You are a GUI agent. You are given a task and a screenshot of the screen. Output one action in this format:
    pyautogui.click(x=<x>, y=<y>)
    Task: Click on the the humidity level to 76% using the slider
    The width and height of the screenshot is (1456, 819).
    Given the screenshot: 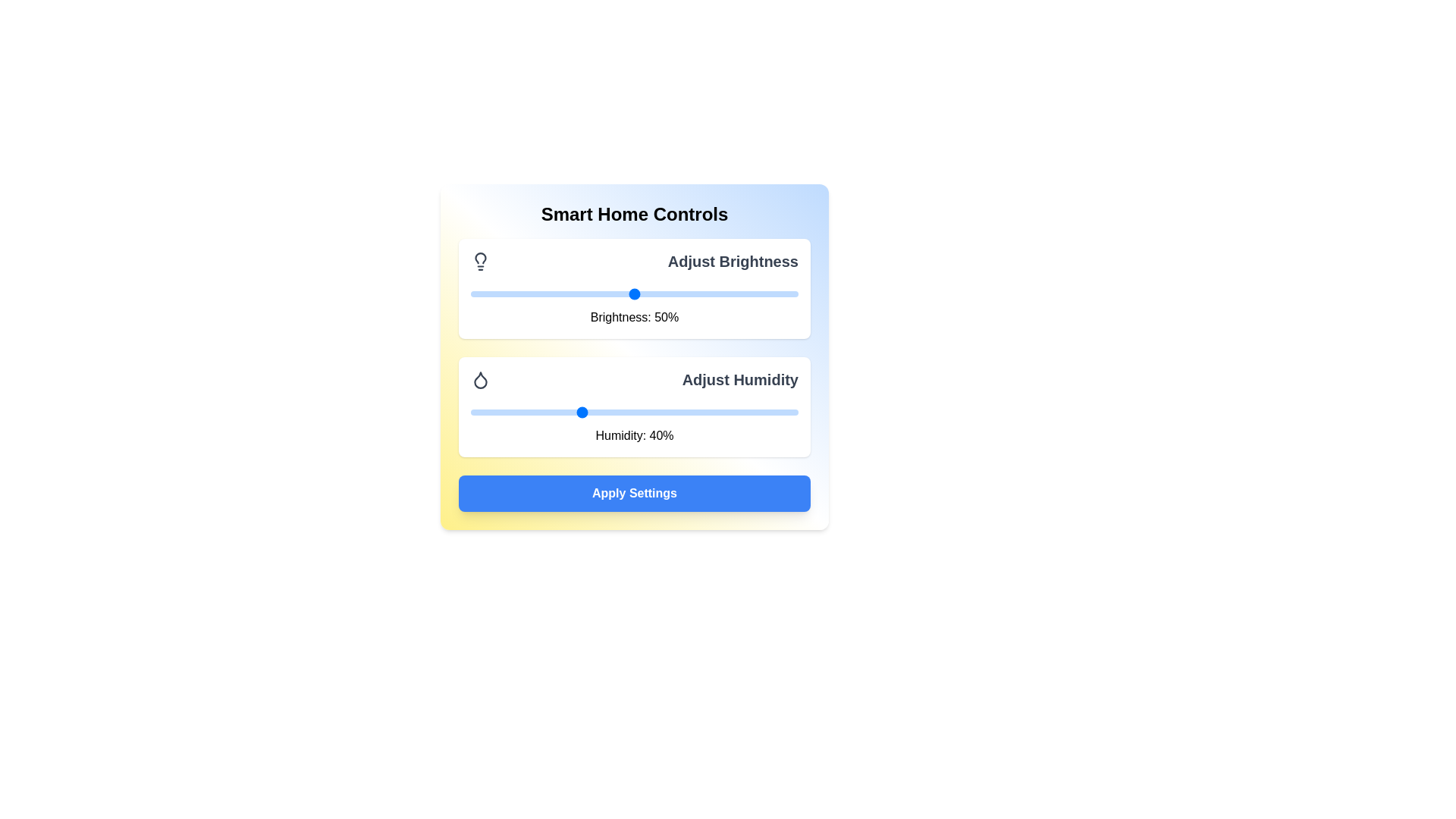 What is the action you would take?
    pyautogui.click(x=777, y=412)
    